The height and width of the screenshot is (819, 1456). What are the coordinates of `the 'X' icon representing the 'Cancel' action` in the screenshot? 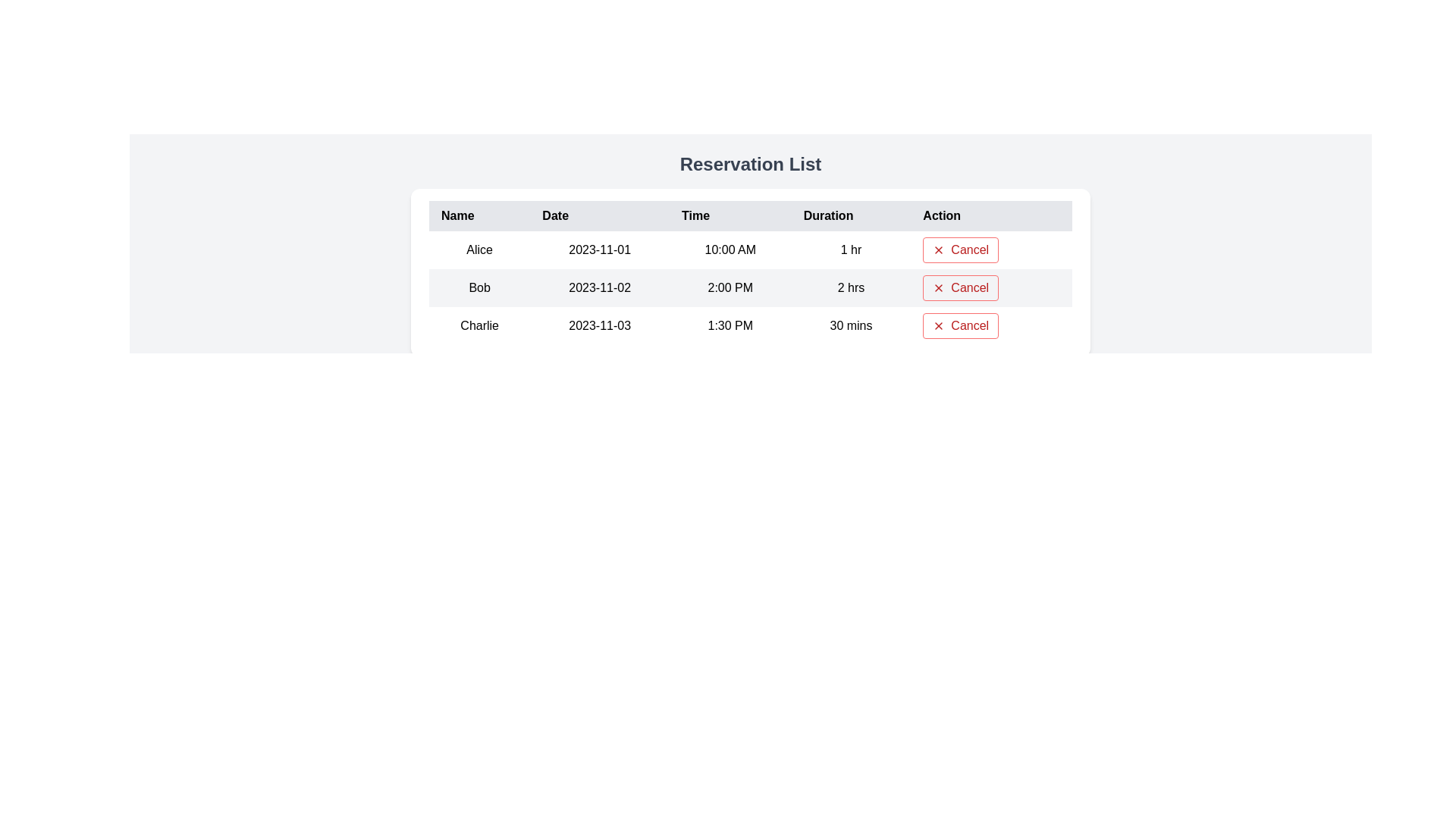 It's located at (938, 288).